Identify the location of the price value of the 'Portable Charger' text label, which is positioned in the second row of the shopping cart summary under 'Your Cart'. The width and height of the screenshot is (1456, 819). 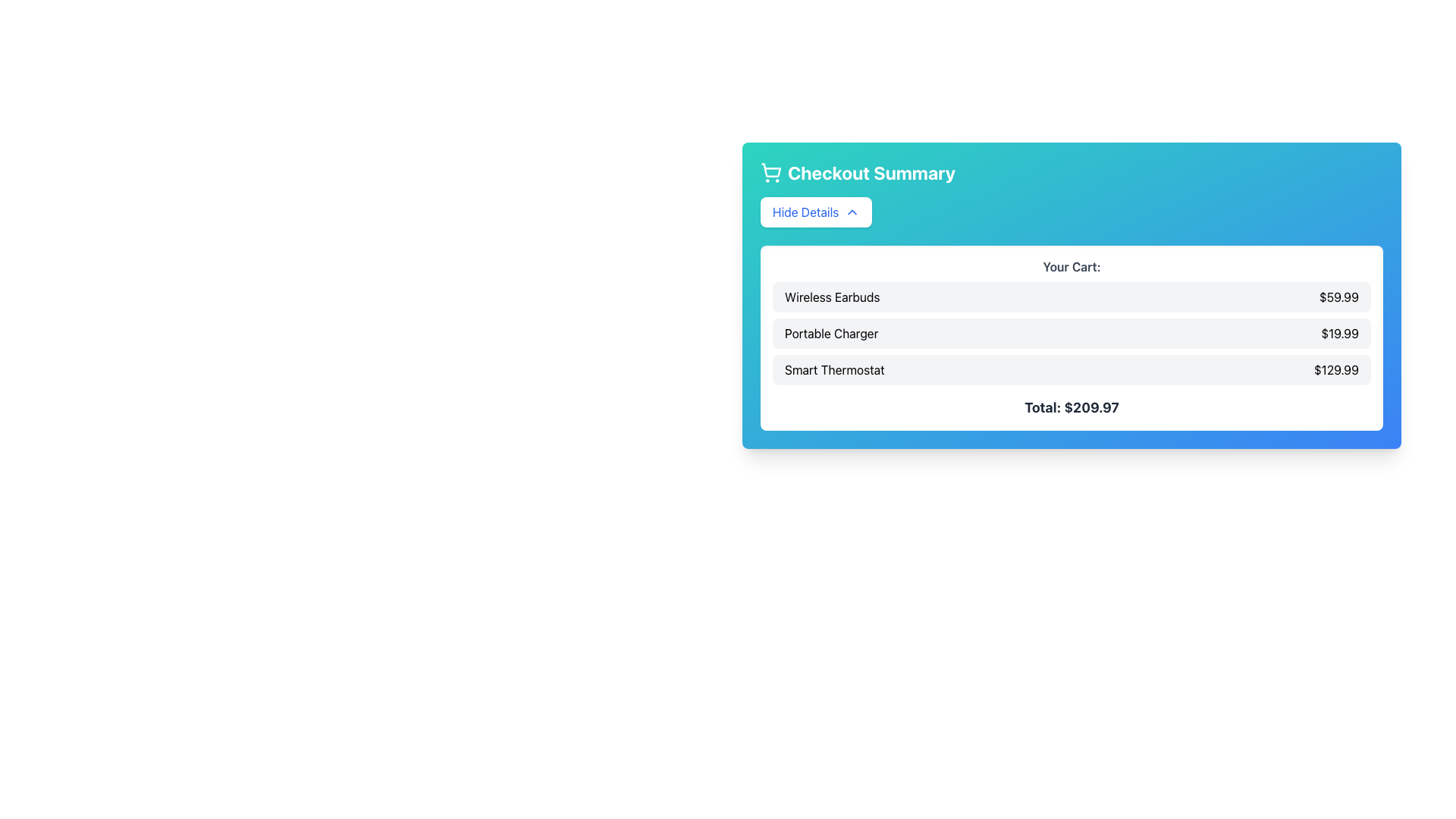
(1340, 332).